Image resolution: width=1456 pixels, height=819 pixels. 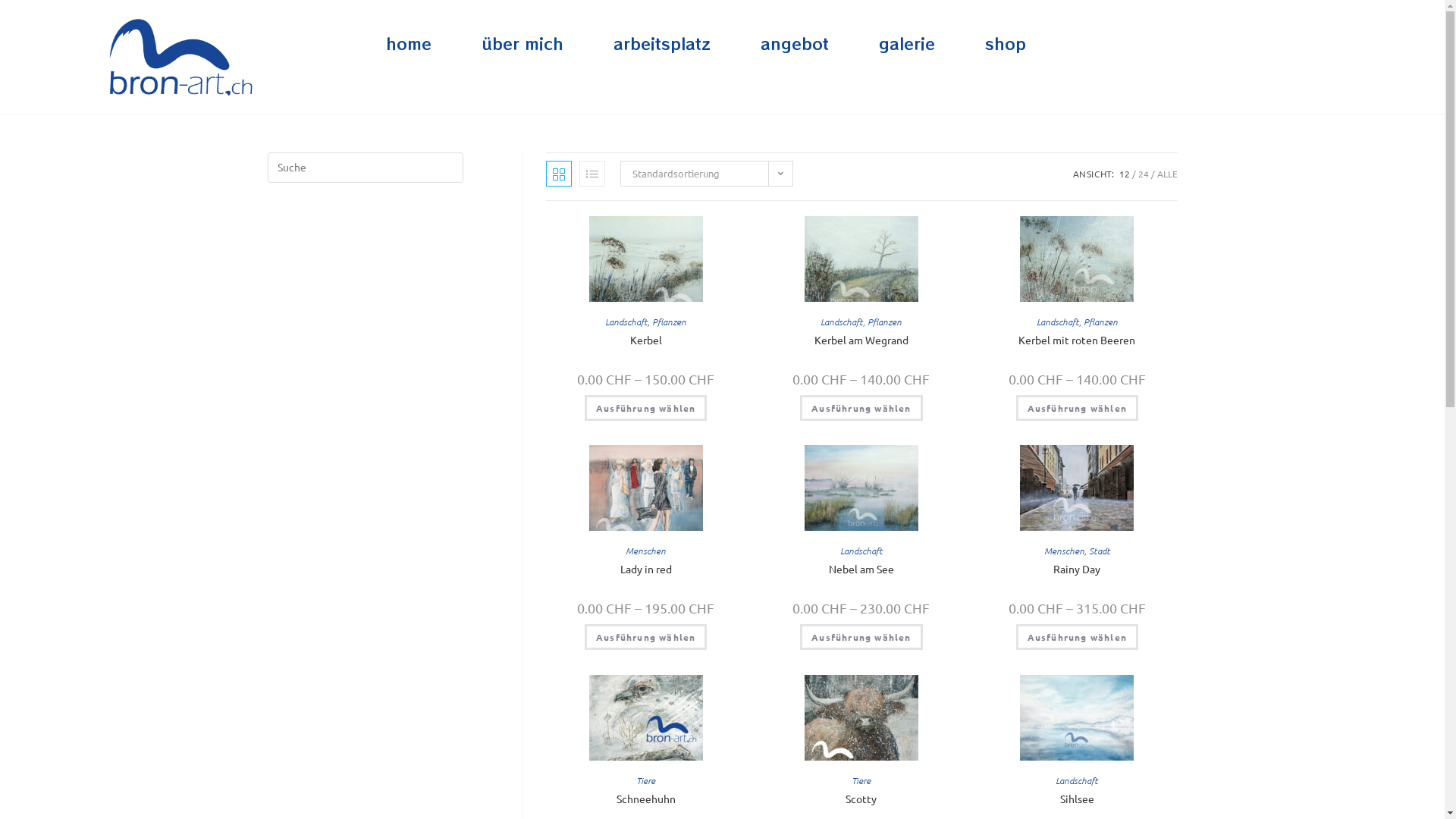 I want to click on 'ALLE', so click(x=1166, y=172).